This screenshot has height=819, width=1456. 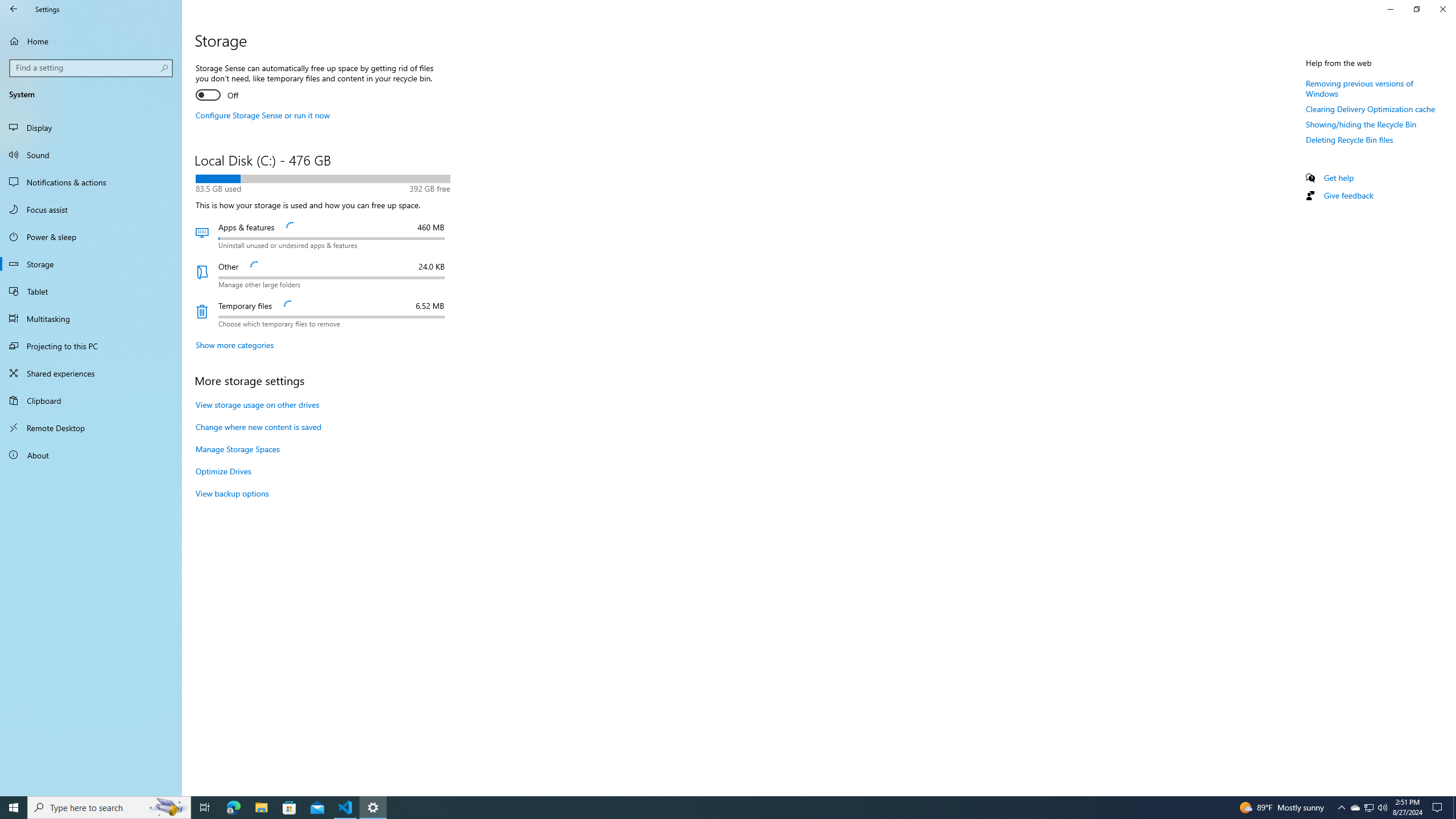 I want to click on 'Q2790: 100%', so click(x=1381, y=806).